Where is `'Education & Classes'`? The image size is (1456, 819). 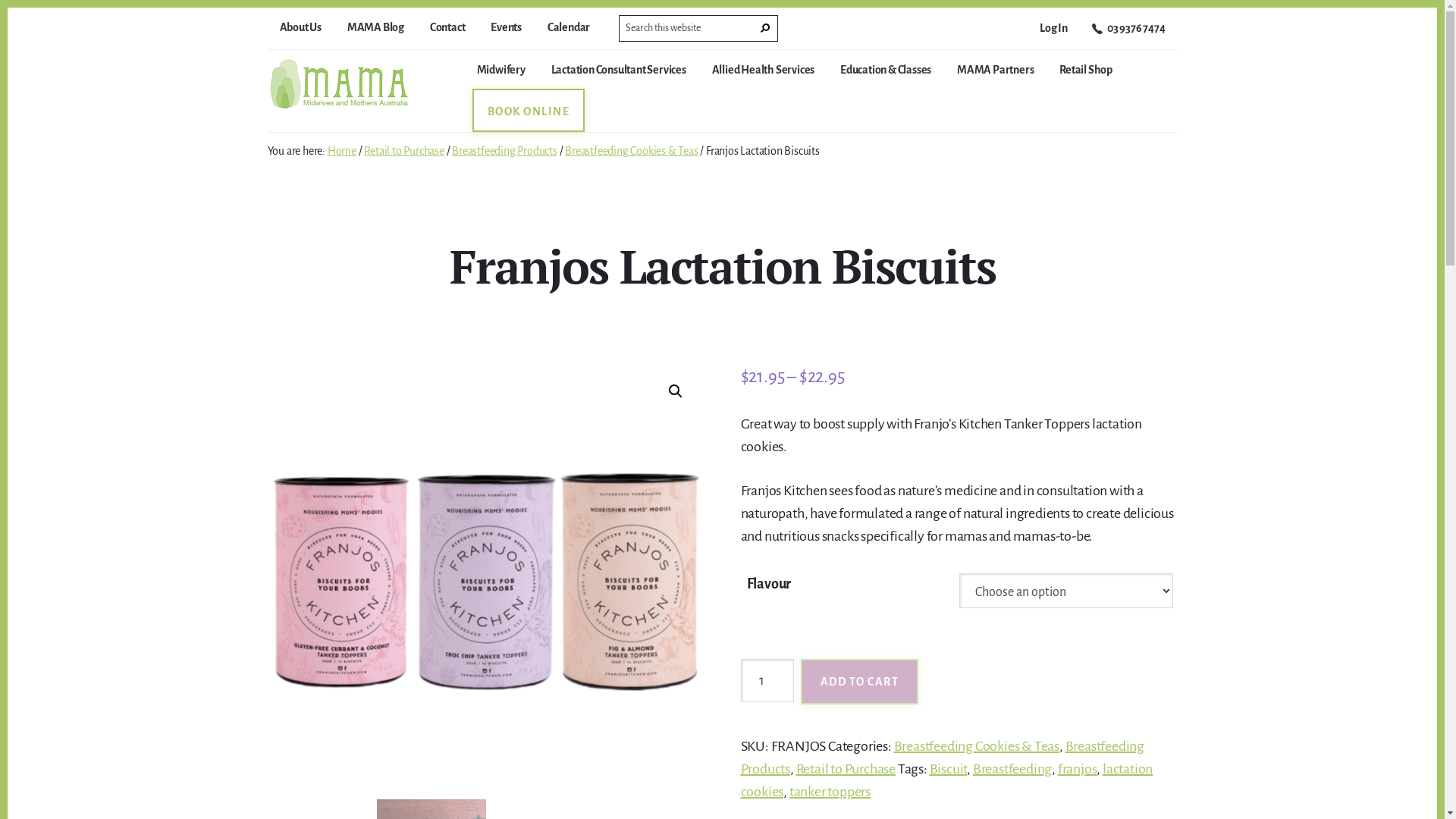
'Education & Classes' is located at coordinates (885, 76).